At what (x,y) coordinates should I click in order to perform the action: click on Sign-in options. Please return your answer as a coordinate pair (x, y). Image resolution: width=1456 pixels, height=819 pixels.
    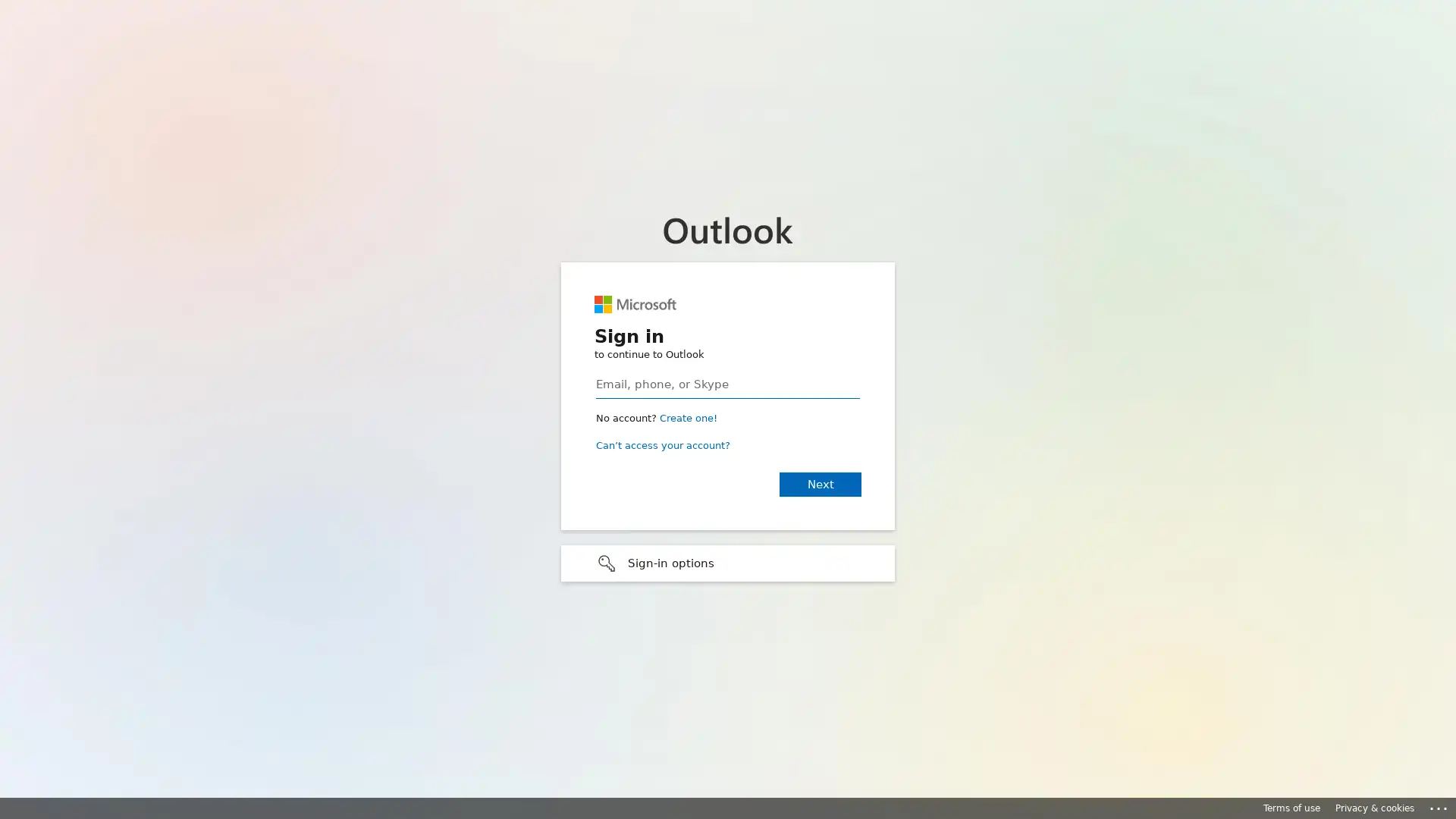
    Looking at the image, I should click on (728, 562).